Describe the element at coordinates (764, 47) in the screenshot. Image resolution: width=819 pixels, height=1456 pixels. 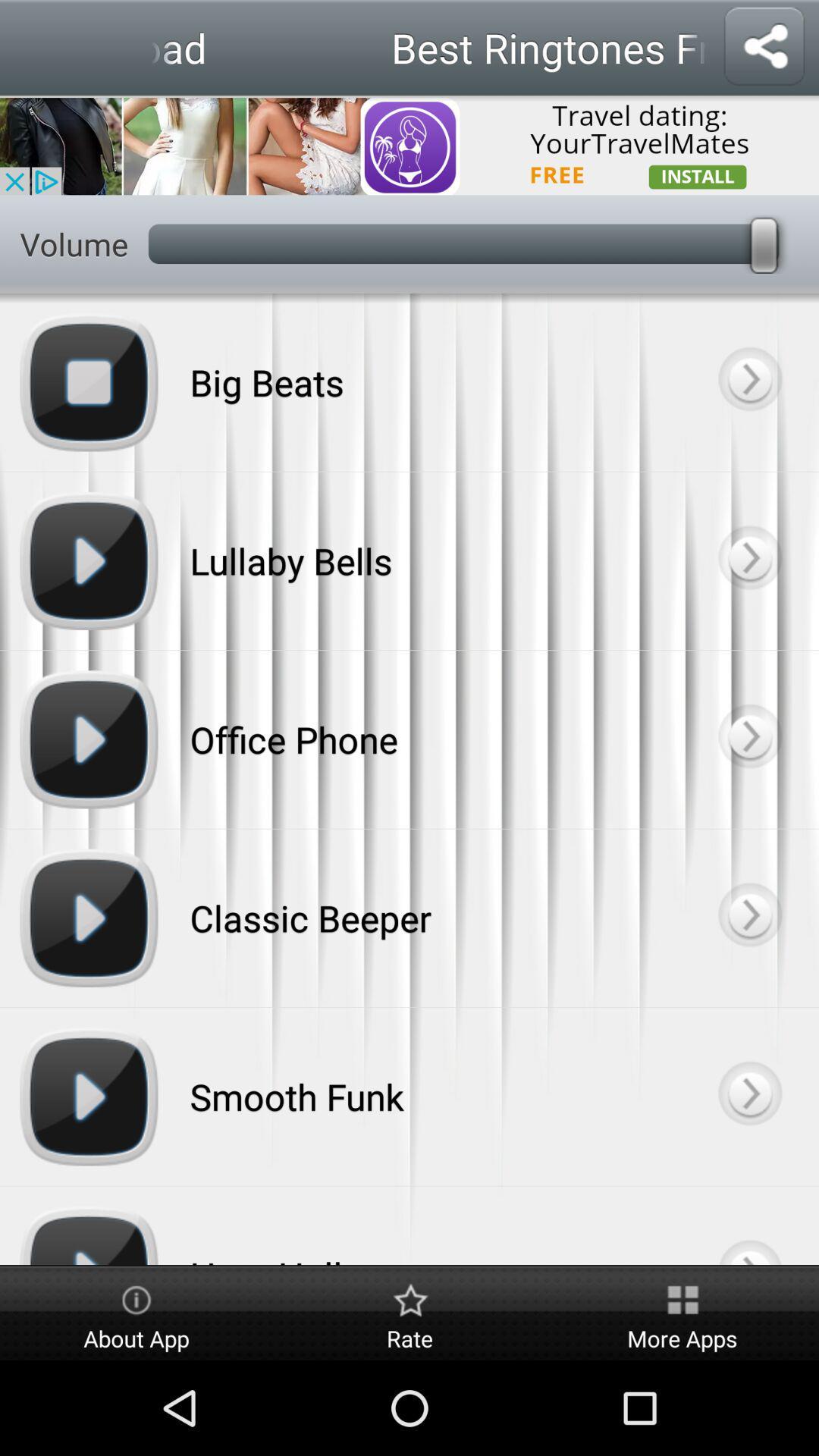
I see `share option` at that location.